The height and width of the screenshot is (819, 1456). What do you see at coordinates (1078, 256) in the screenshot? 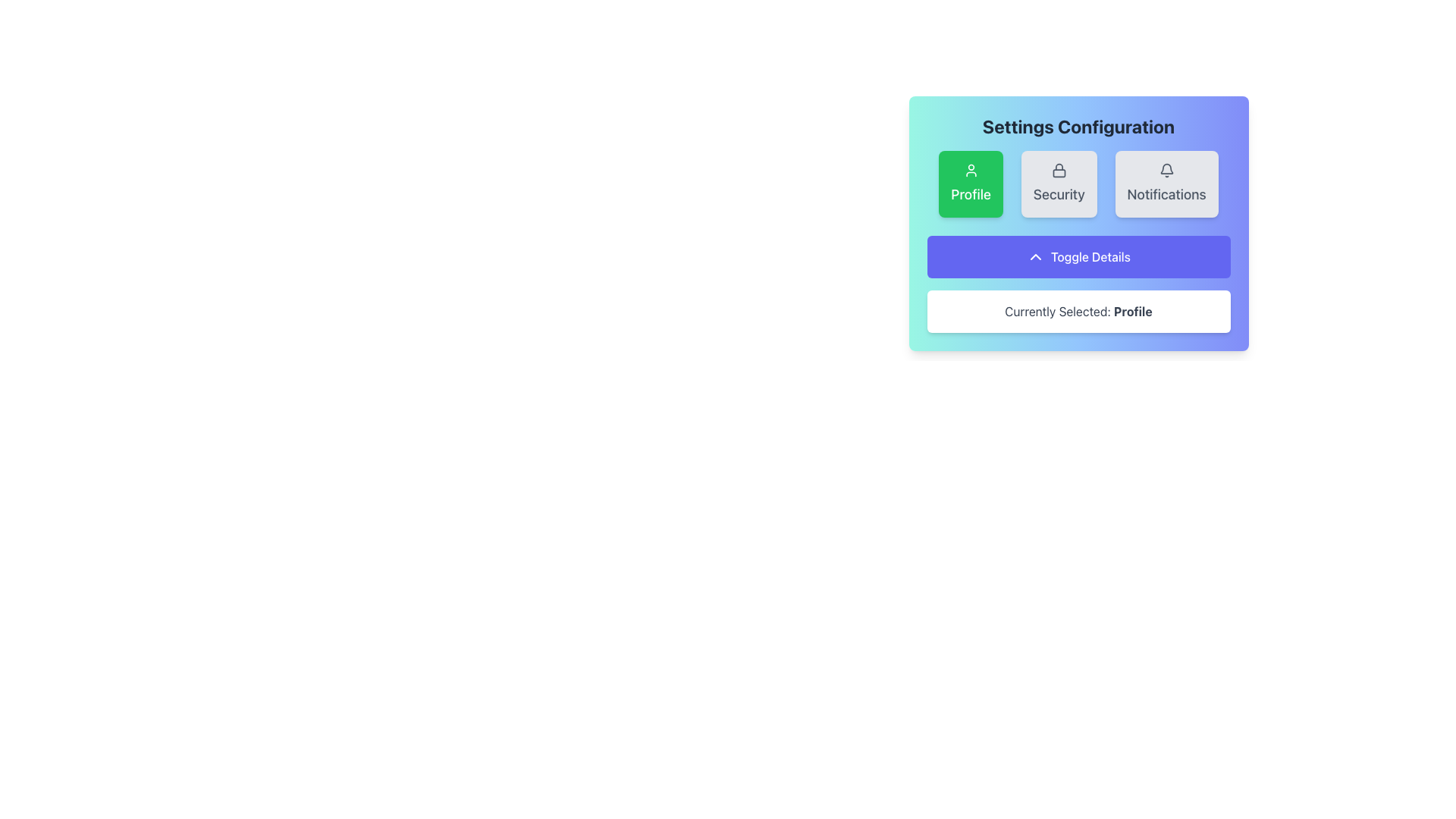
I see `the 'Toggle Details' button` at bounding box center [1078, 256].